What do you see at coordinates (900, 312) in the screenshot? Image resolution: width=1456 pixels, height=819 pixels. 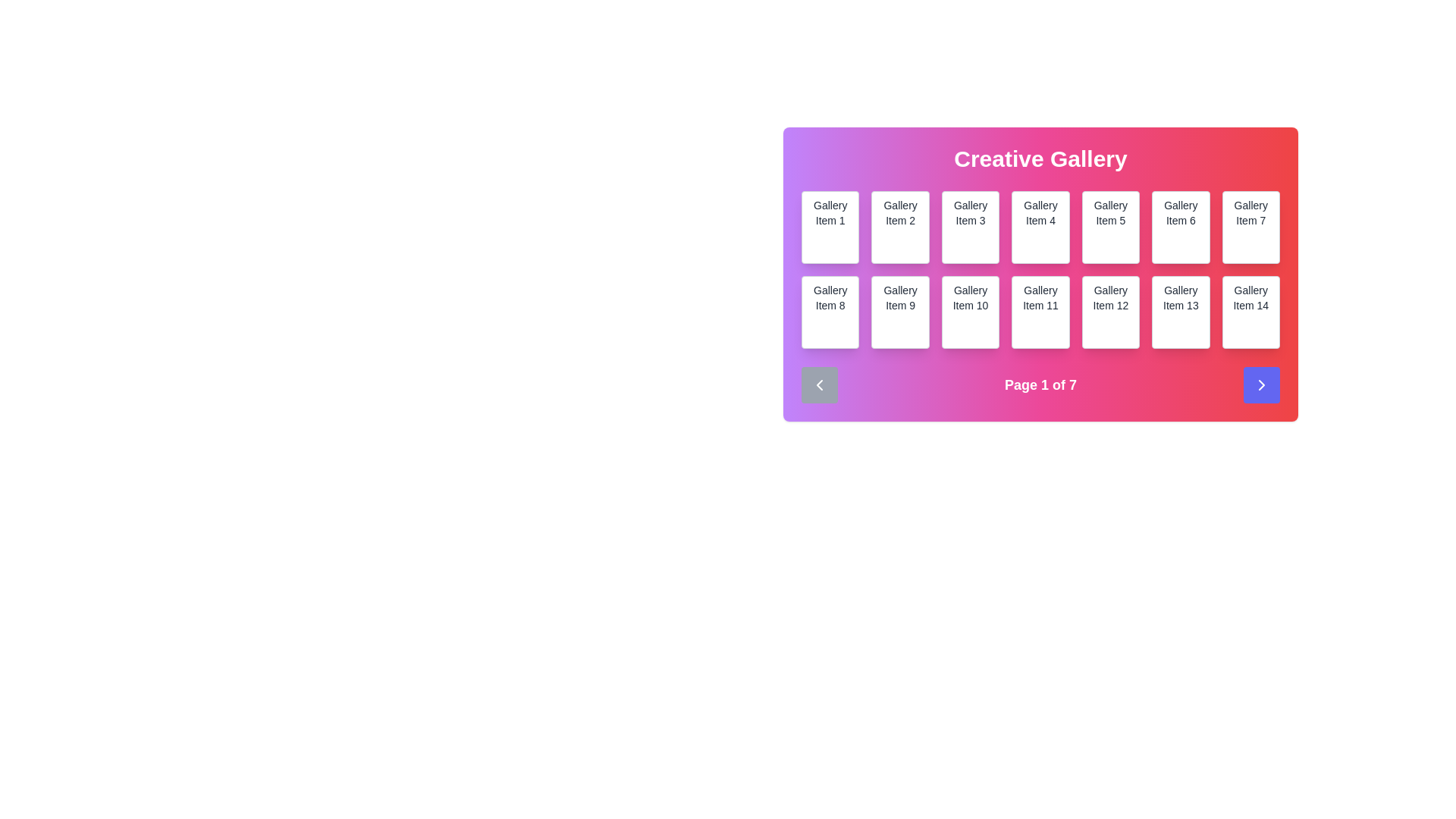 I see `to select or highlight the card labeled 'Gallery Item 9', which is a rectangular card with a white background and gray text located in the second row and second column of a 7-column grid` at bounding box center [900, 312].